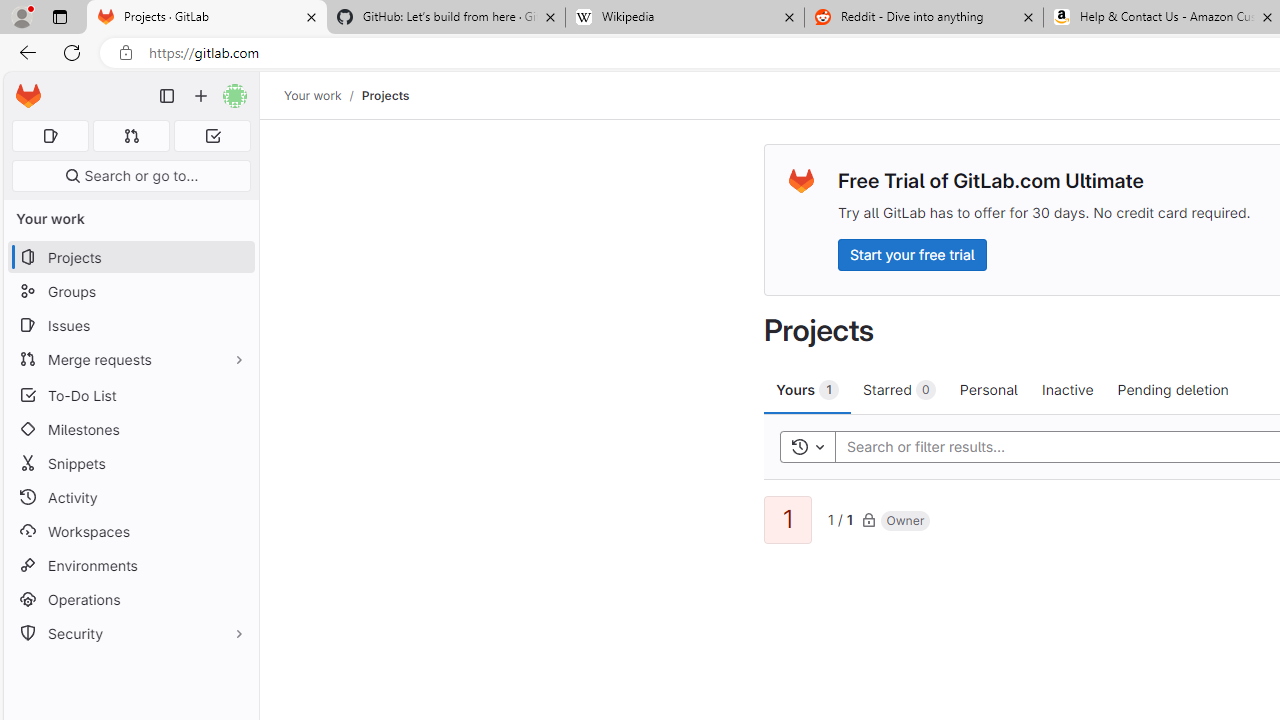  I want to click on 'Operations', so click(130, 598).